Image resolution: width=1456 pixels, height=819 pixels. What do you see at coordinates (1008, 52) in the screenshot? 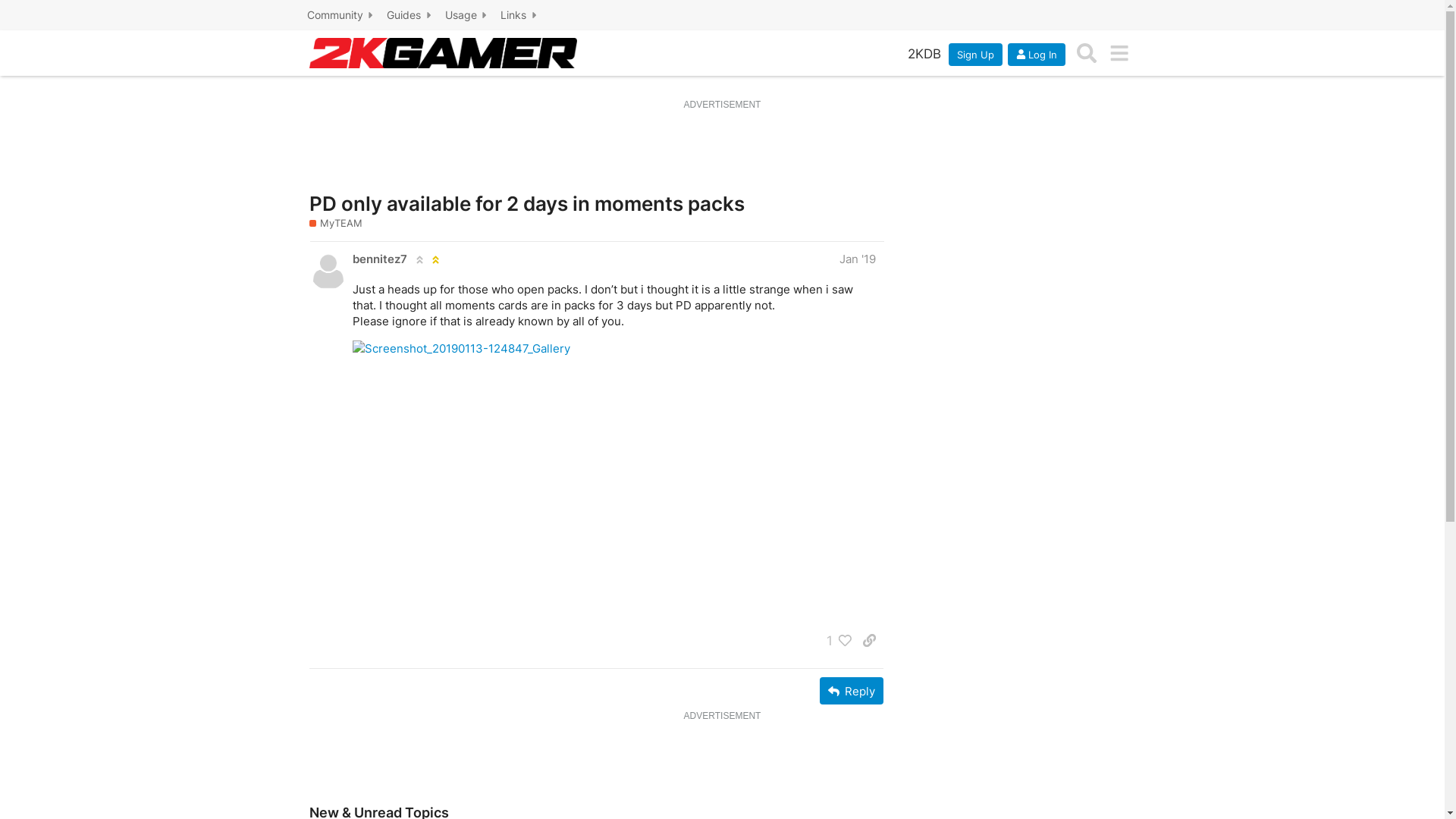
I see `'Log In'` at bounding box center [1008, 52].